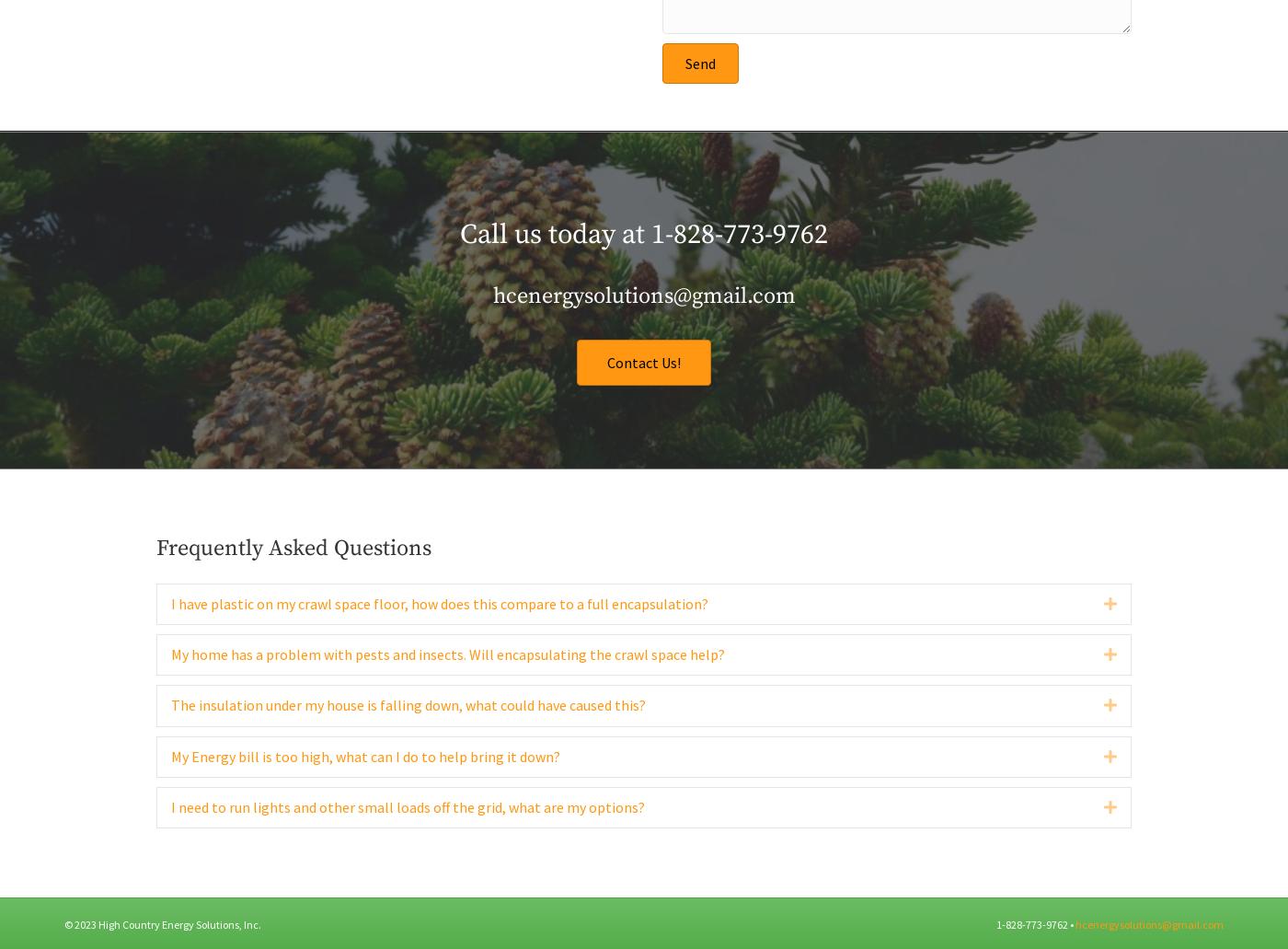 The height and width of the screenshot is (949, 1288). Describe the element at coordinates (644, 272) in the screenshot. I see `'Call us today at 1-828-773-9762'` at that location.